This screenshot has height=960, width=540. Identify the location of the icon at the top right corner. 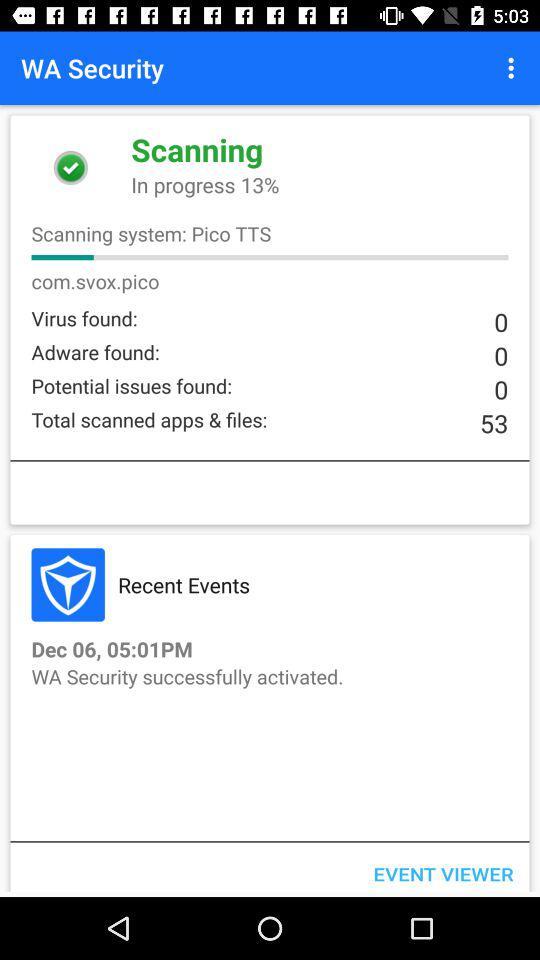
(513, 68).